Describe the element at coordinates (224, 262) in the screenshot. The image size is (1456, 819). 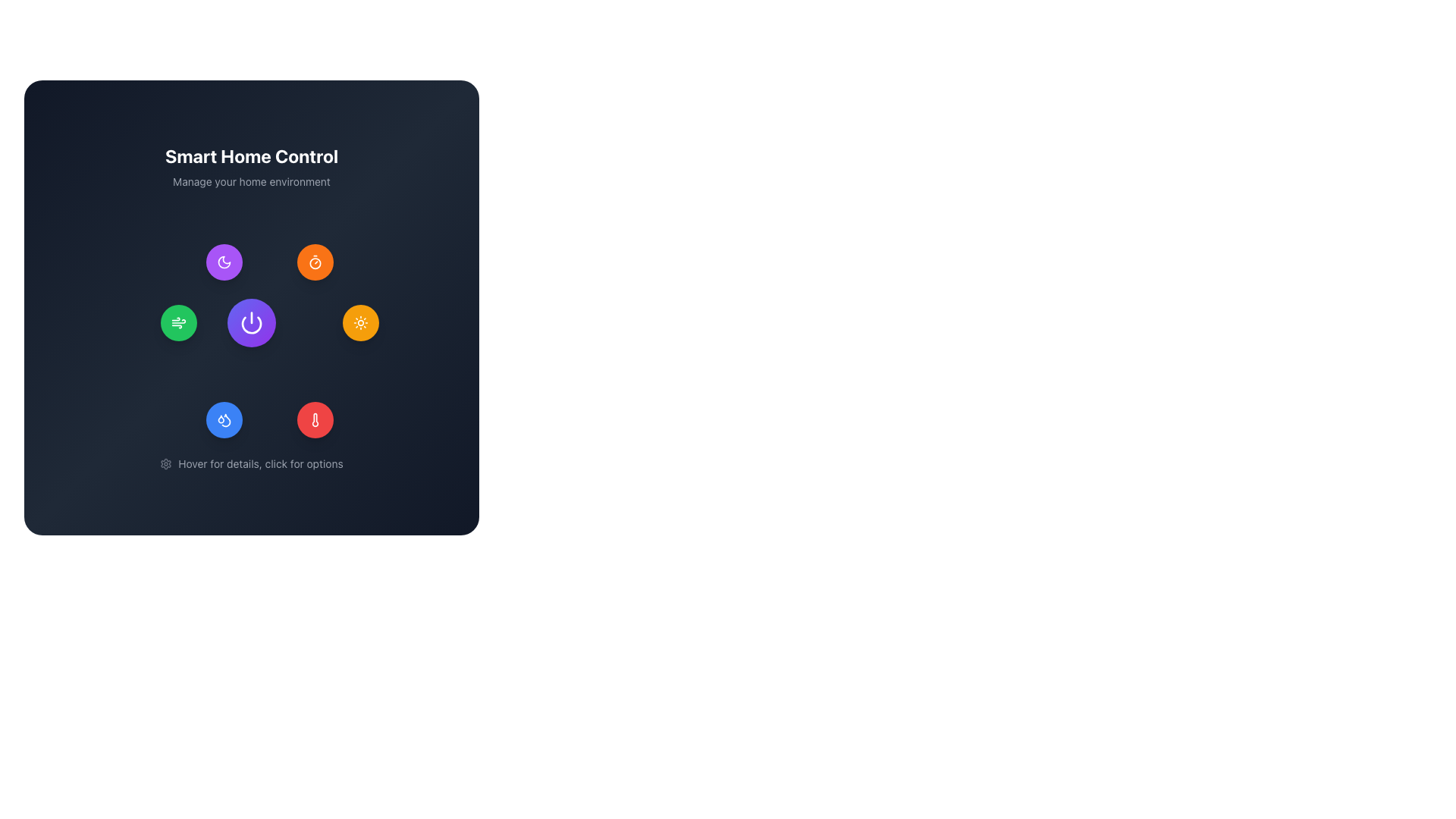
I see `the crescent moon graphical icon in the top-right corner of the interface` at that location.